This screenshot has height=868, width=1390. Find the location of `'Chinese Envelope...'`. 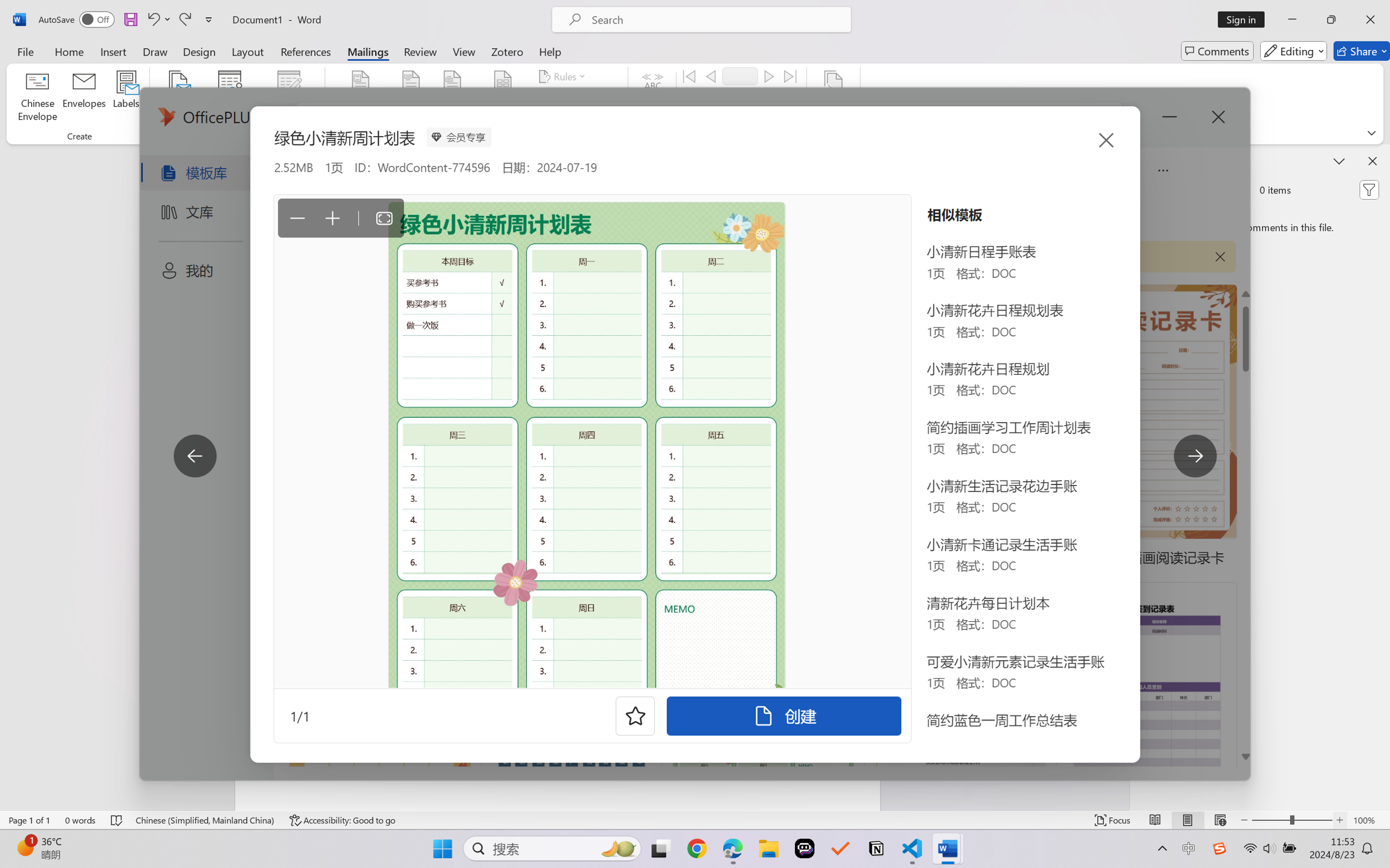

'Chinese Envelope...' is located at coordinates (37, 98).